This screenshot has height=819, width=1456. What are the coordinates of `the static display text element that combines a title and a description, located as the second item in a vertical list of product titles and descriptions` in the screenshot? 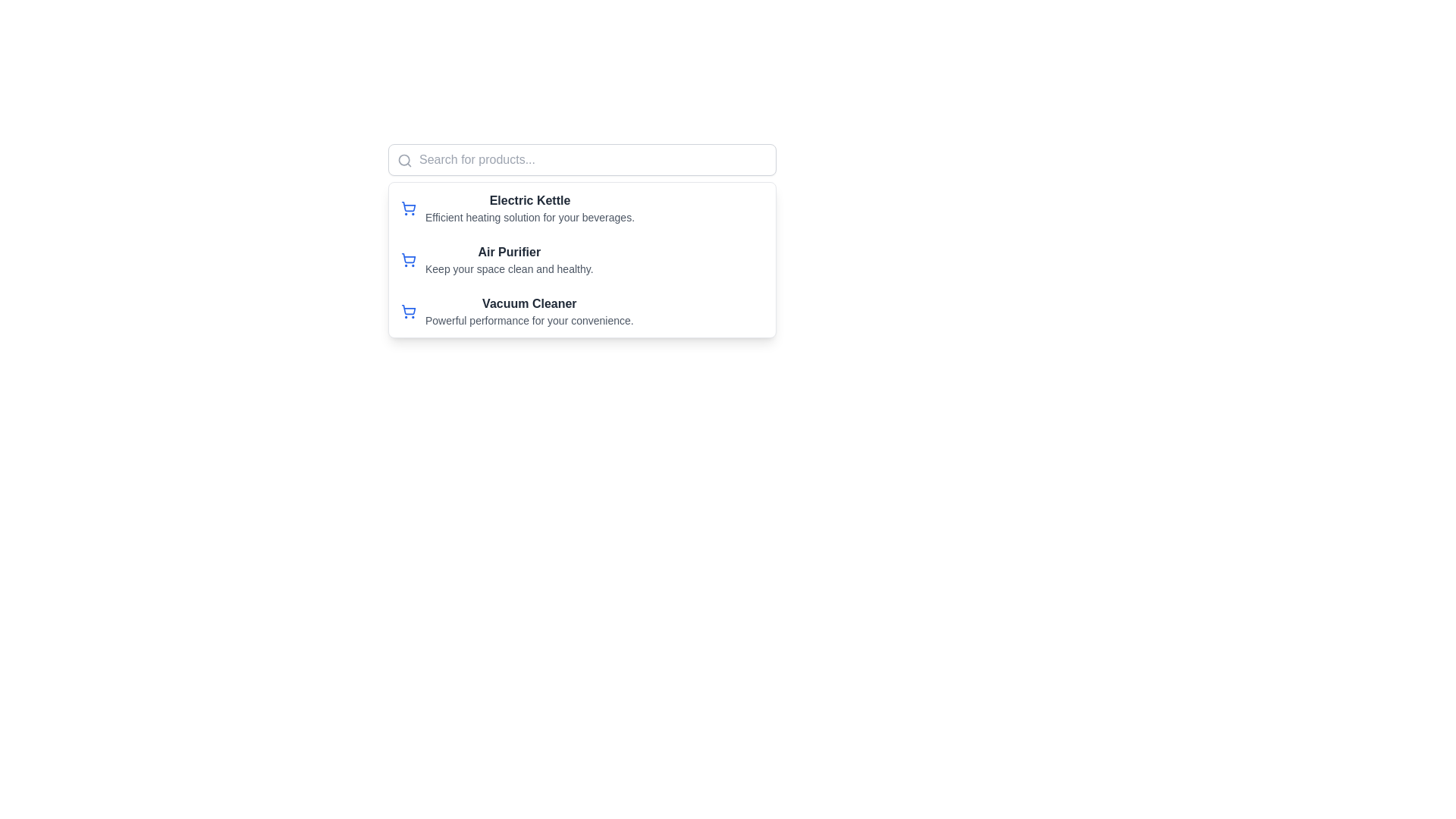 It's located at (509, 259).